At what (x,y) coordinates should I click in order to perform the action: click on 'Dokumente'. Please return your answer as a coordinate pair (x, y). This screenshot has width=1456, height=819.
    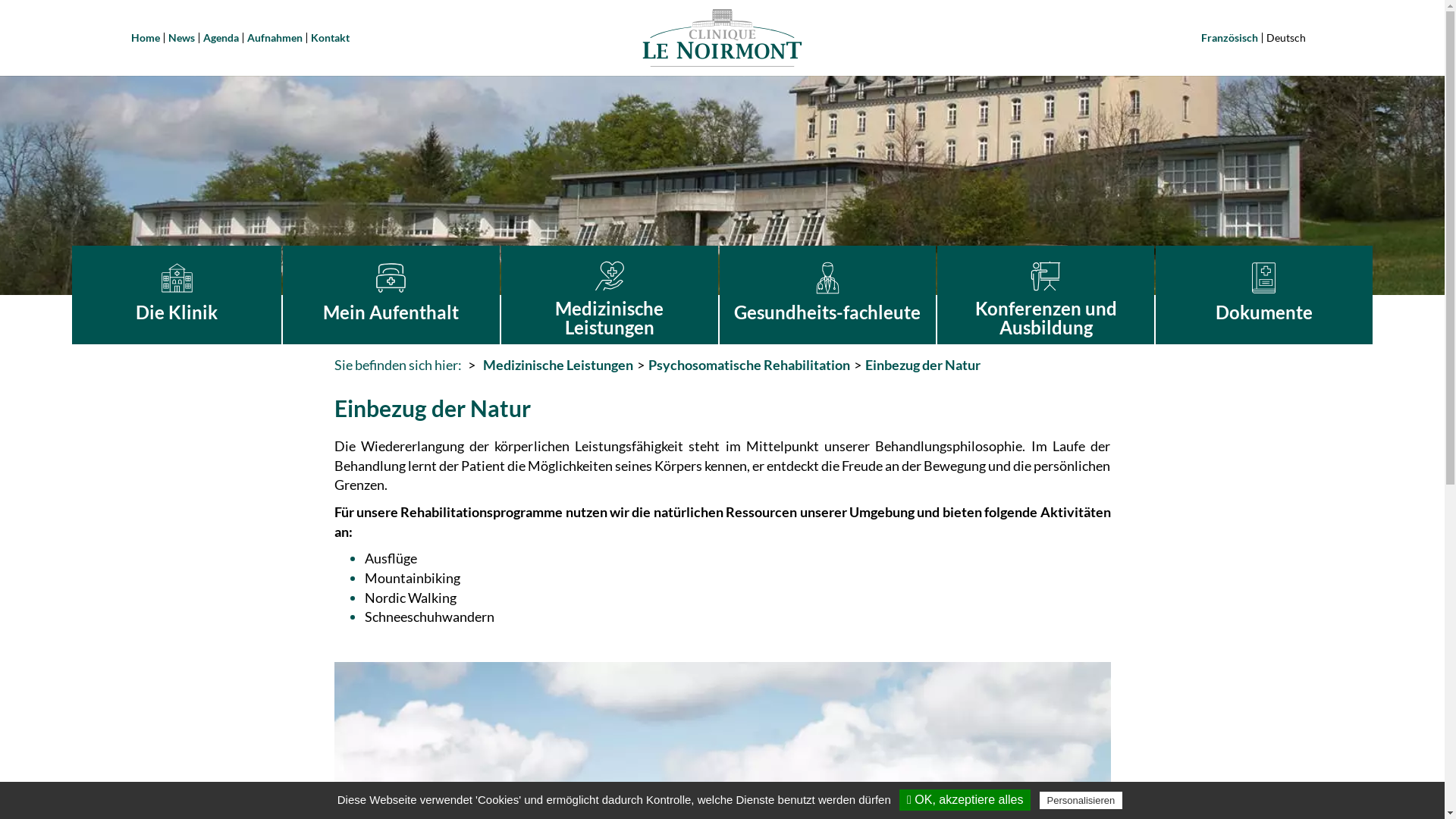
    Looking at the image, I should click on (1263, 295).